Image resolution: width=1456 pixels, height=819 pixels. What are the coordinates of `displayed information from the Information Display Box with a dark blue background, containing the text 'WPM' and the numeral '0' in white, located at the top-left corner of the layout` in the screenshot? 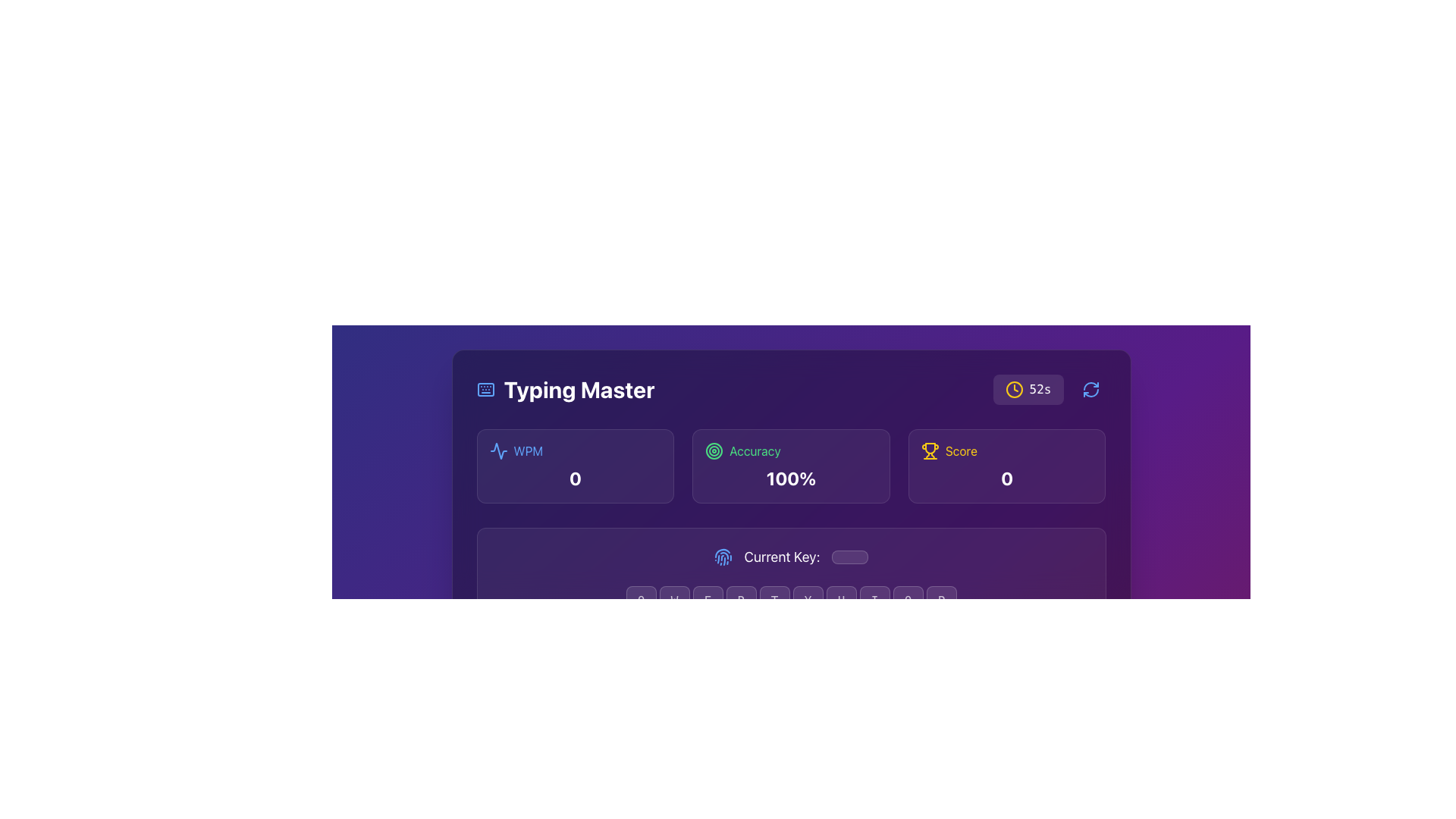 It's located at (574, 465).